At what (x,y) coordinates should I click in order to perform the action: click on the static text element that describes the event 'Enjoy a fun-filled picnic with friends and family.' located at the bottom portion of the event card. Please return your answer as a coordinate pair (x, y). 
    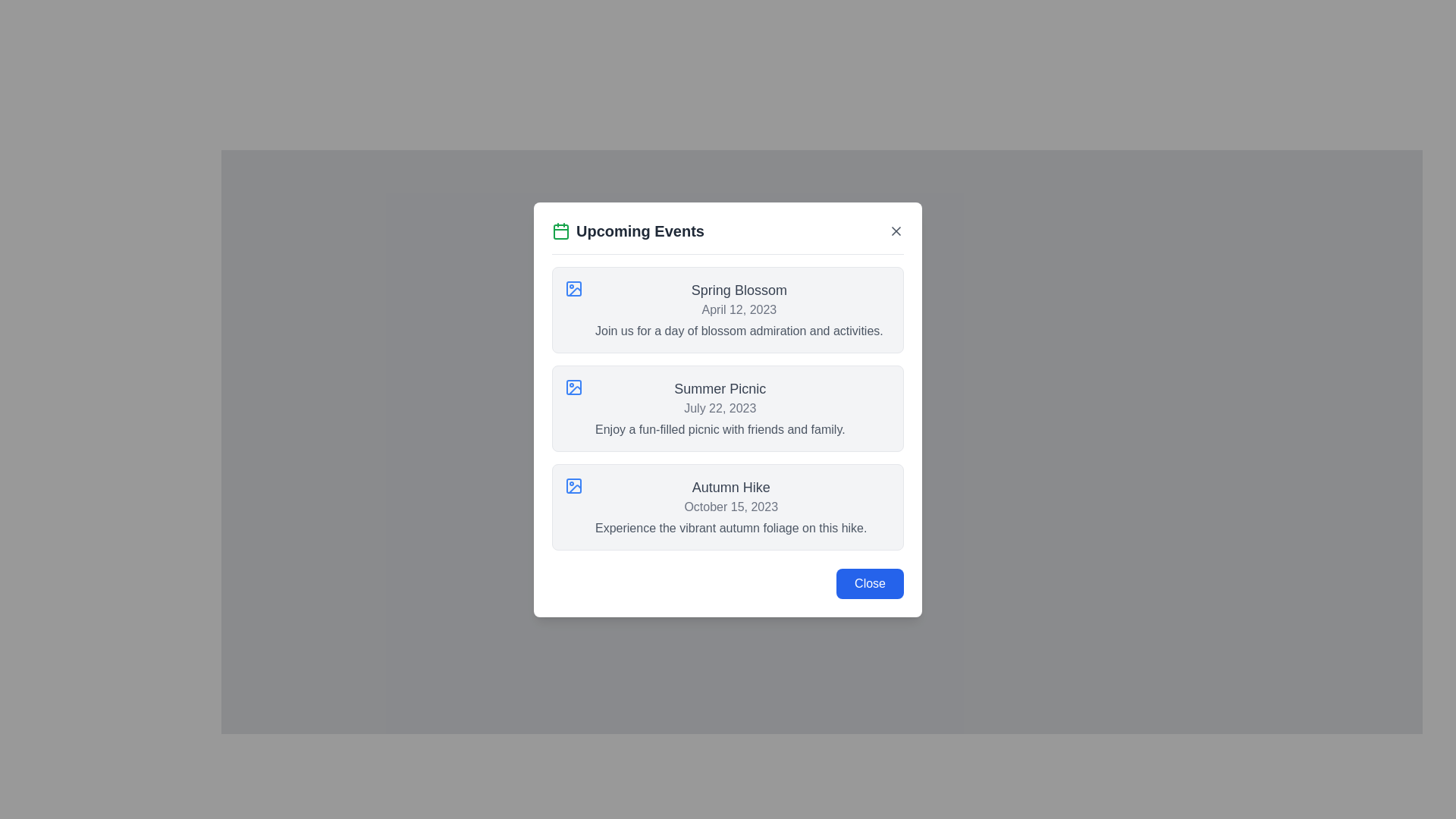
    Looking at the image, I should click on (719, 429).